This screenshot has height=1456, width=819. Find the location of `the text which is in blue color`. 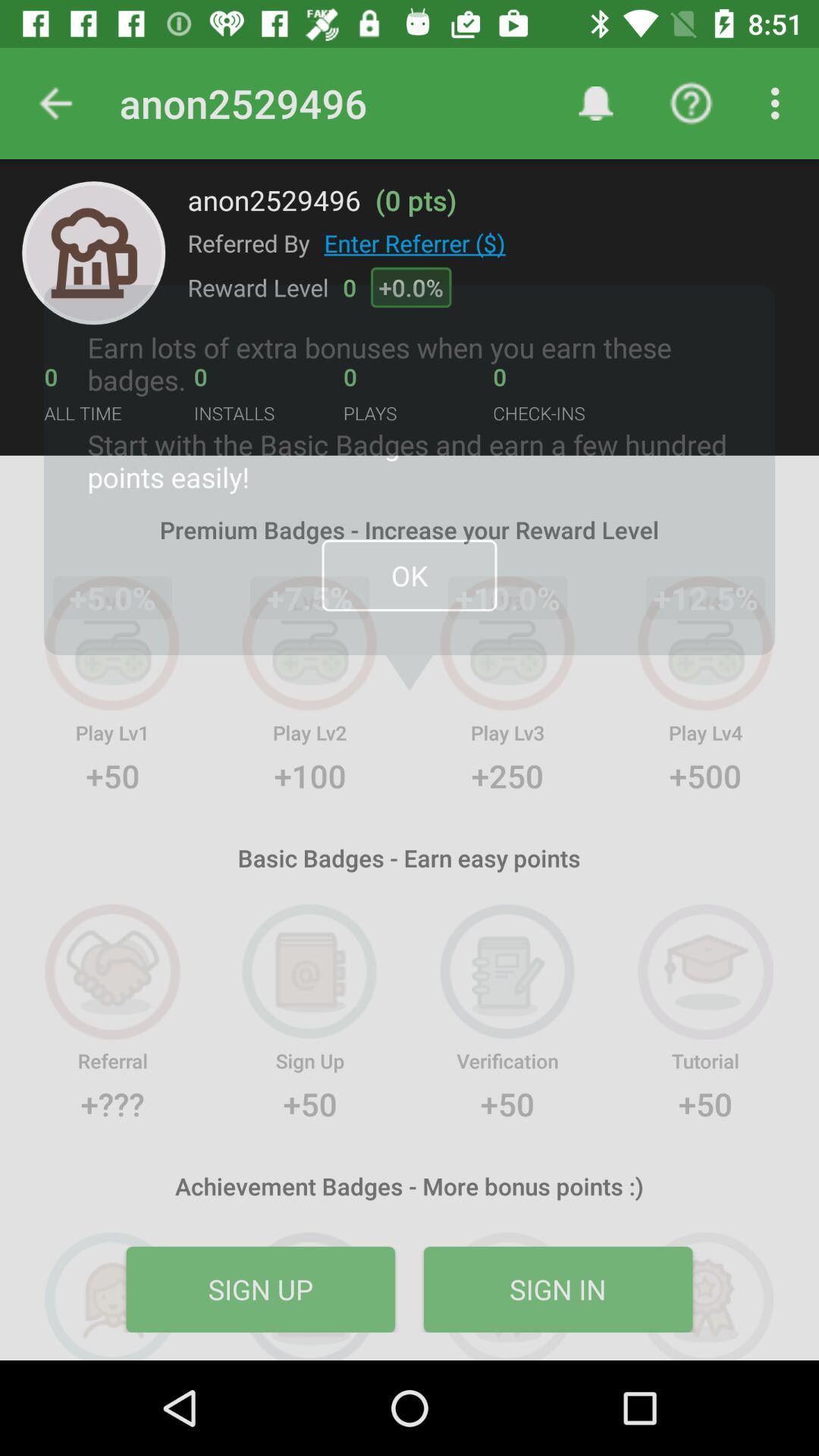

the text which is in blue color is located at coordinates (415, 243).